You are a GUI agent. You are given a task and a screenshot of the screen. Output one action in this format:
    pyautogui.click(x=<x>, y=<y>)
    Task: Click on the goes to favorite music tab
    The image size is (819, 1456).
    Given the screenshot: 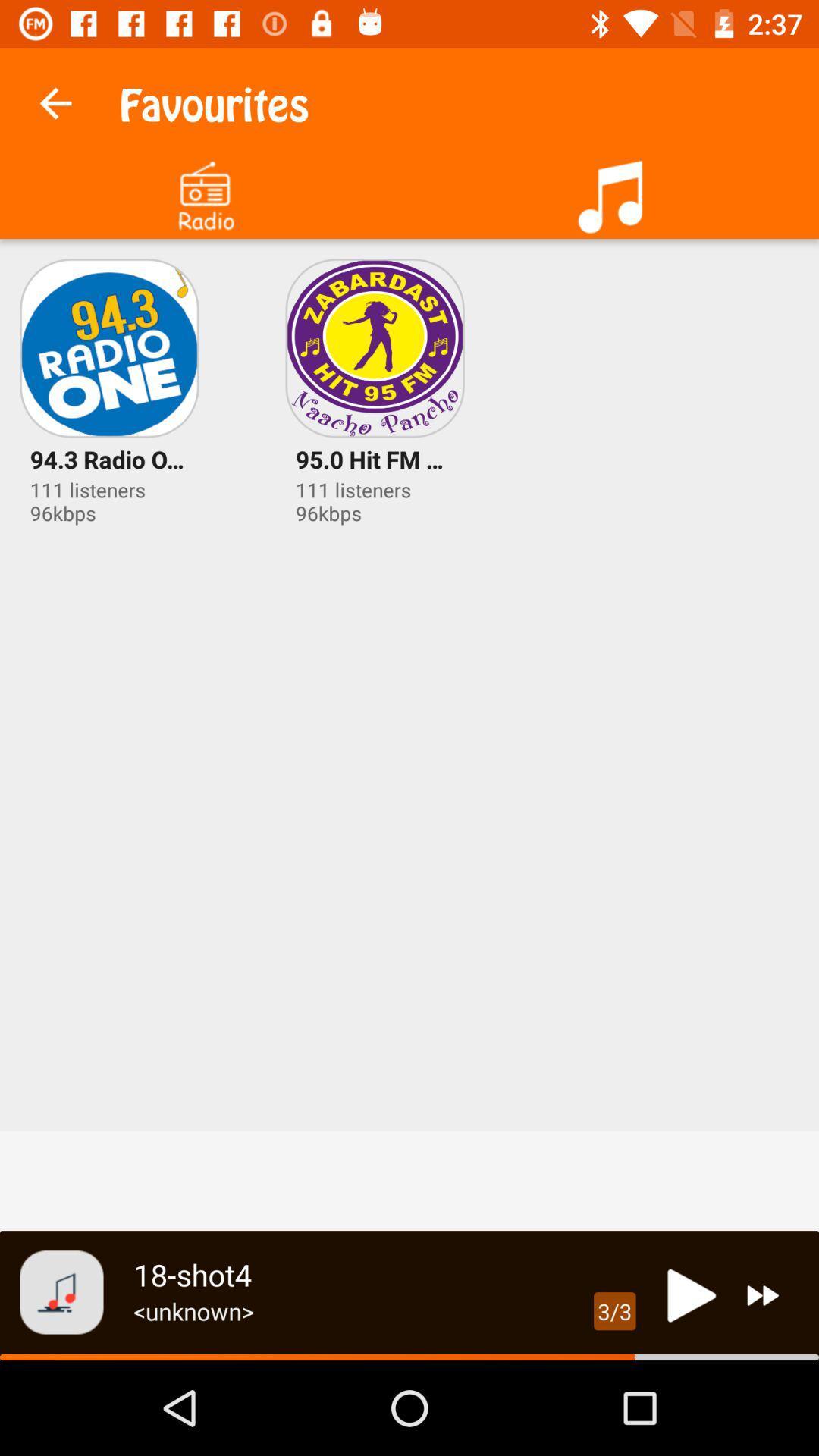 What is the action you would take?
    pyautogui.click(x=614, y=190)
    